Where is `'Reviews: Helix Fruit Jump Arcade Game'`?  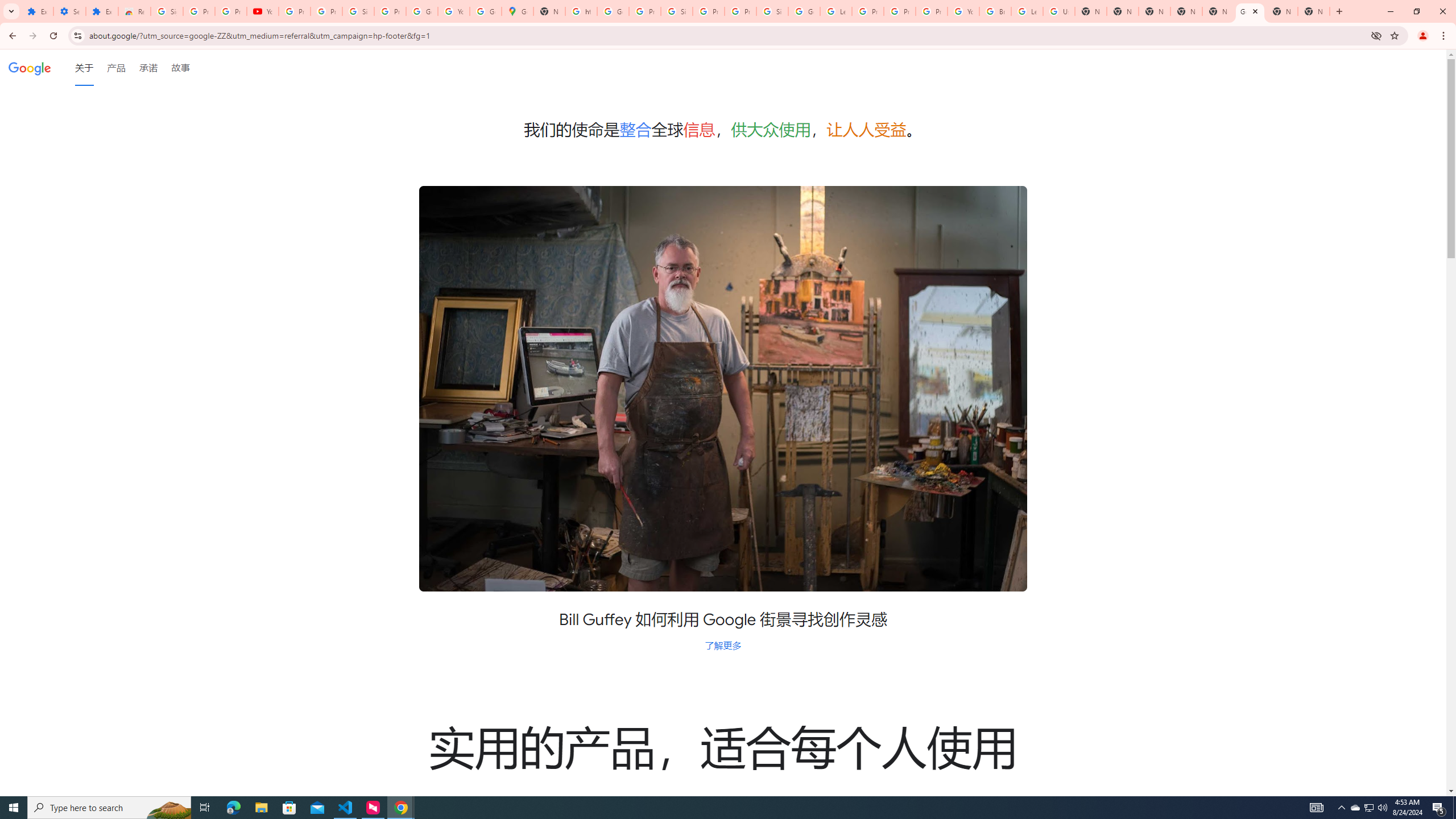 'Reviews: Helix Fruit Jump Arcade Game' is located at coordinates (134, 11).